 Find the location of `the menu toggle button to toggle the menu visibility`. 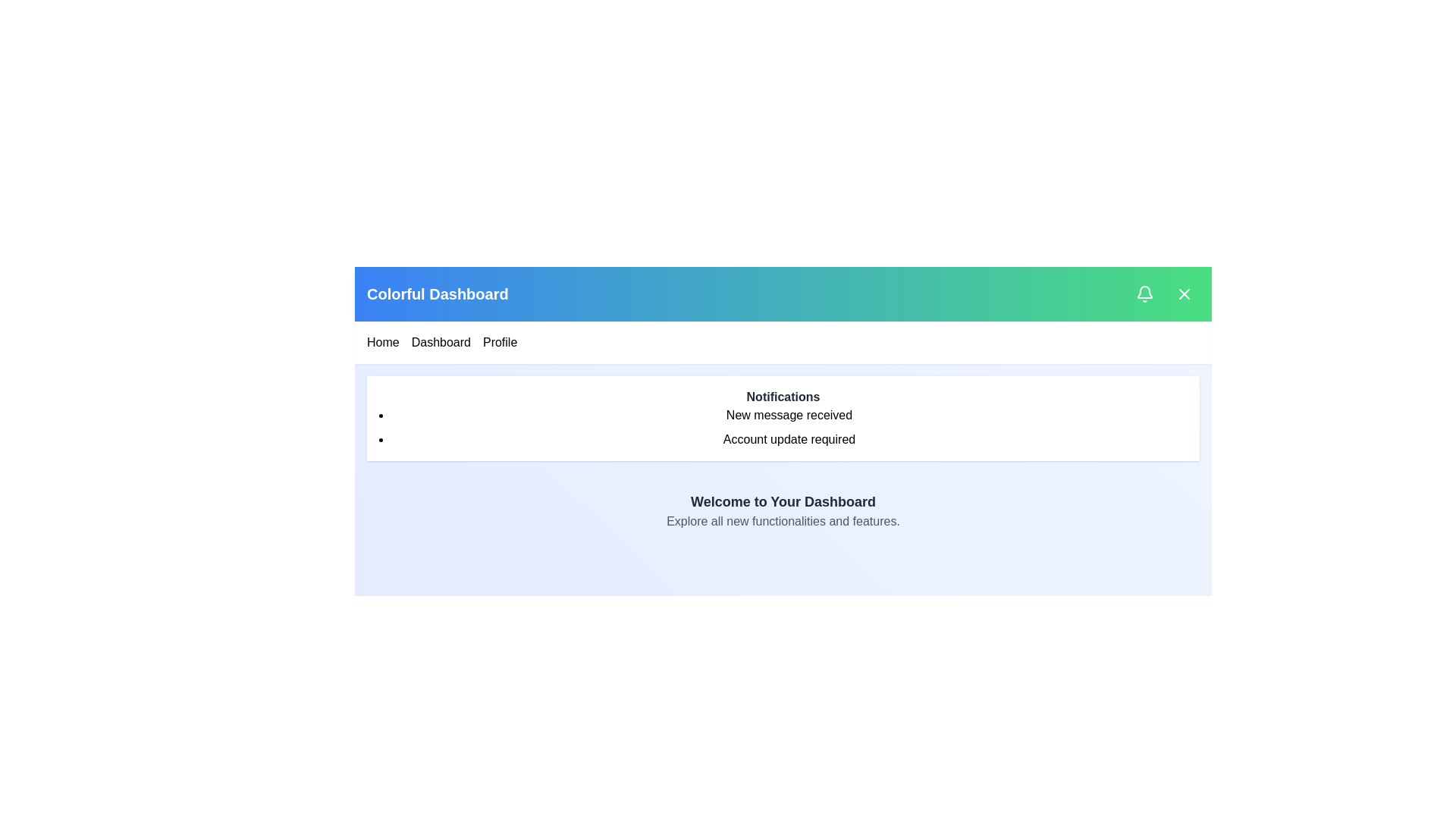

the menu toggle button to toggle the menu visibility is located at coordinates (1183, 294).